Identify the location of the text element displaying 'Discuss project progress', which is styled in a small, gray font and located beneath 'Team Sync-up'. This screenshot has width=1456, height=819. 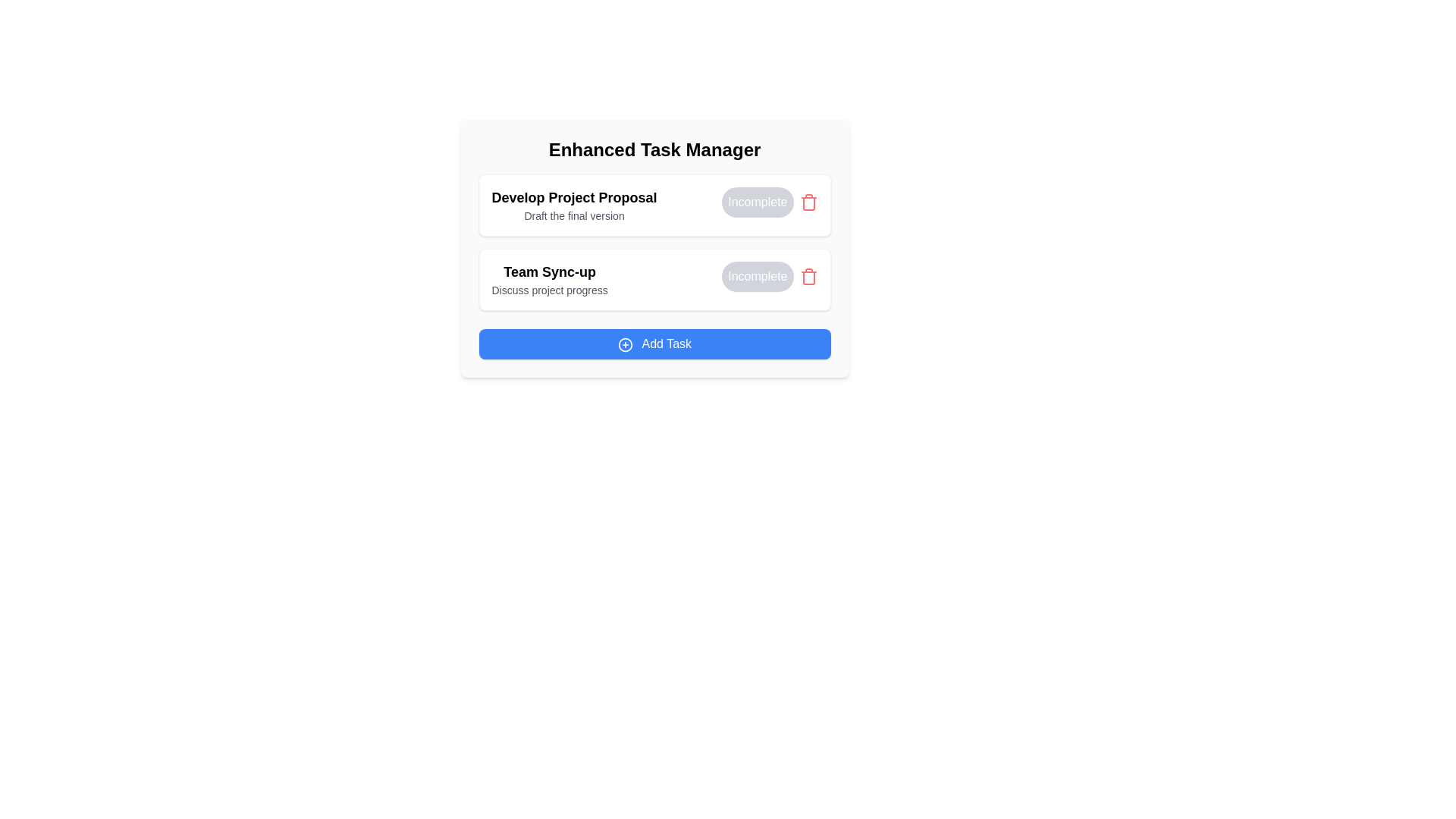
(549, 290).